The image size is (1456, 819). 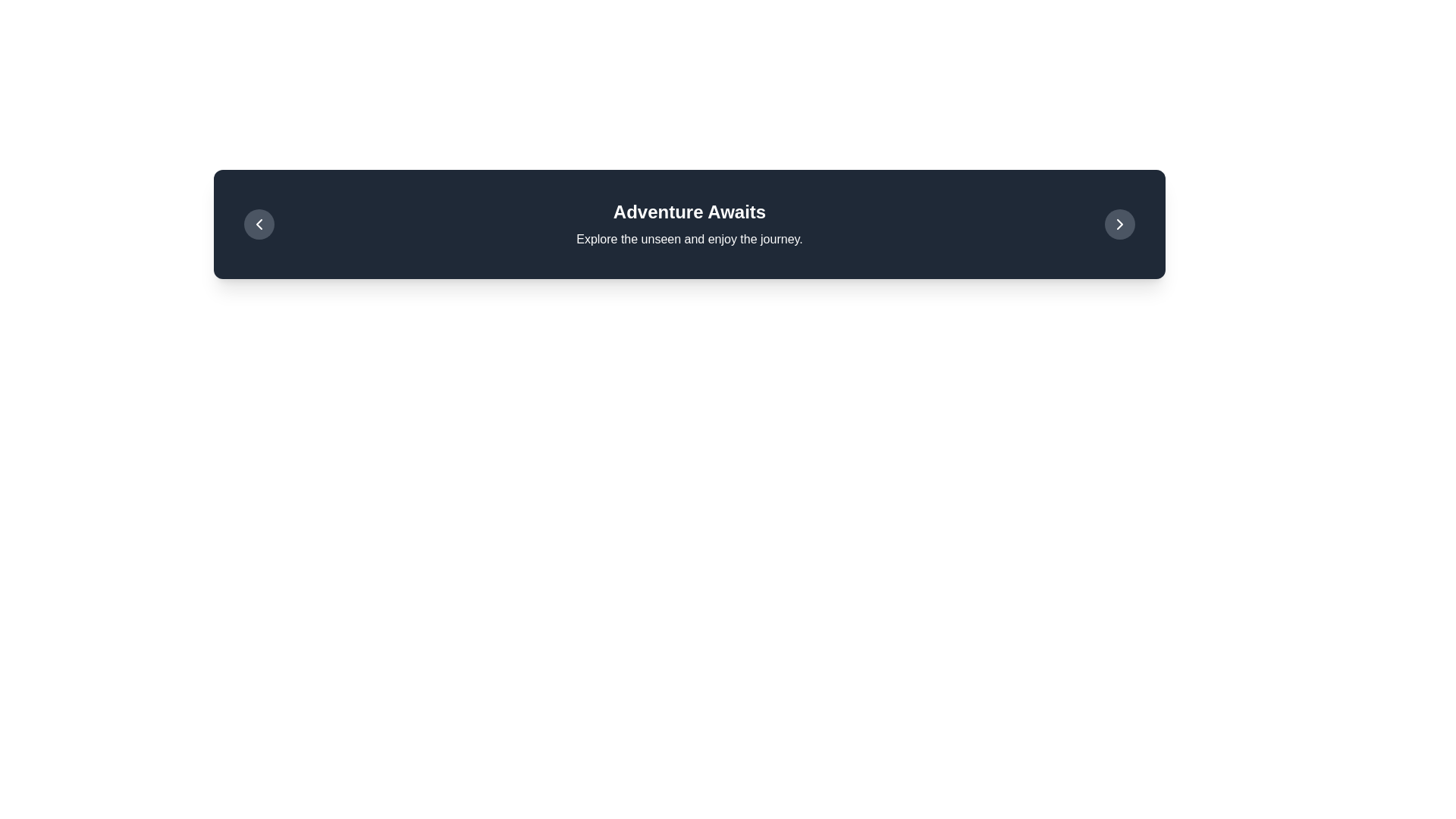 What do you see at coordinates (1120, 224) in the screenshot?
I see `the right-pointing chevron SVG icon located within a circular button on the right side of the header bar` at bounding box center [1120, 224].